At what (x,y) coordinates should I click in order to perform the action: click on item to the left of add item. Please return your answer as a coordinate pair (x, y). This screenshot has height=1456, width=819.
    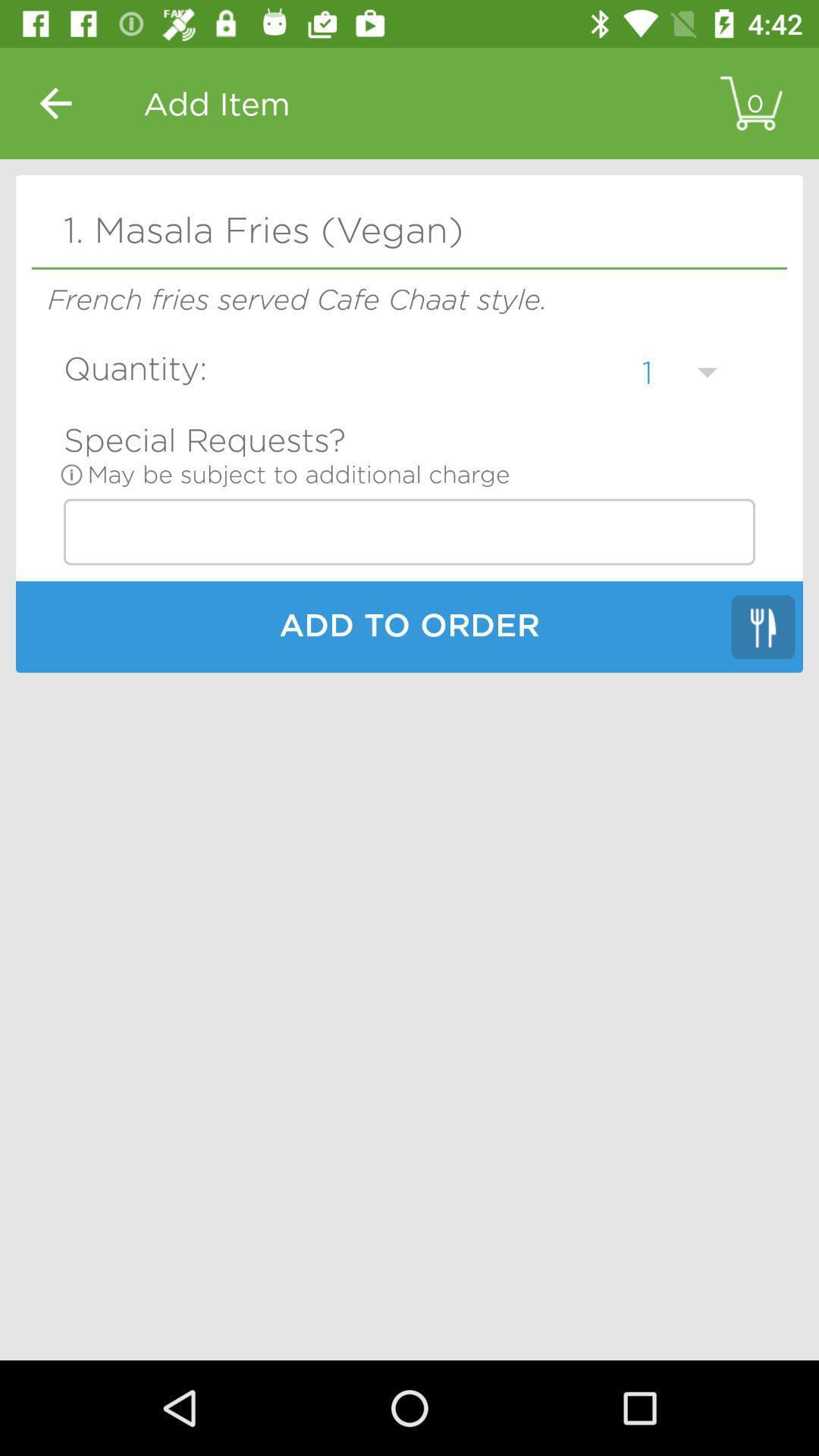
    Looking at the image, I should click on (55, 102).